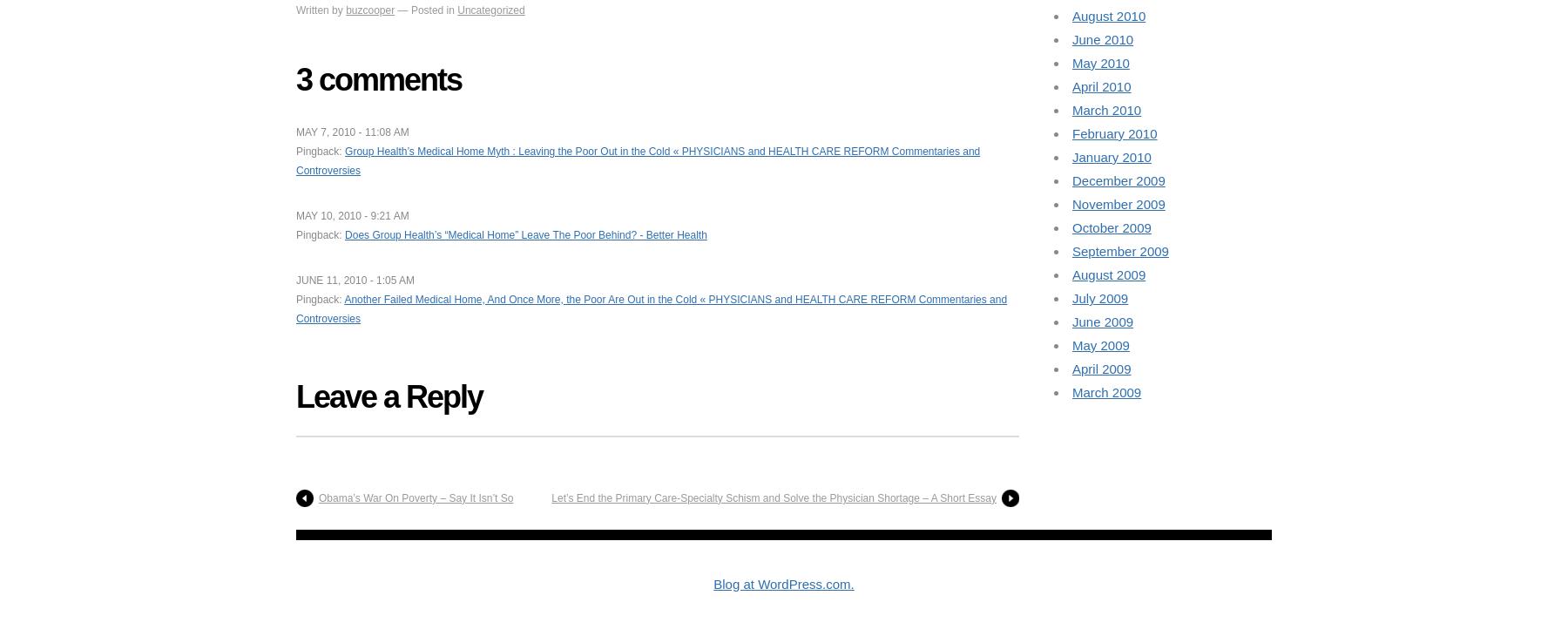 This screenshot has width=1568, height=636. I want to click on 'Obama’s War On Poverty – Say It Isn’t So', so click(318, 497).